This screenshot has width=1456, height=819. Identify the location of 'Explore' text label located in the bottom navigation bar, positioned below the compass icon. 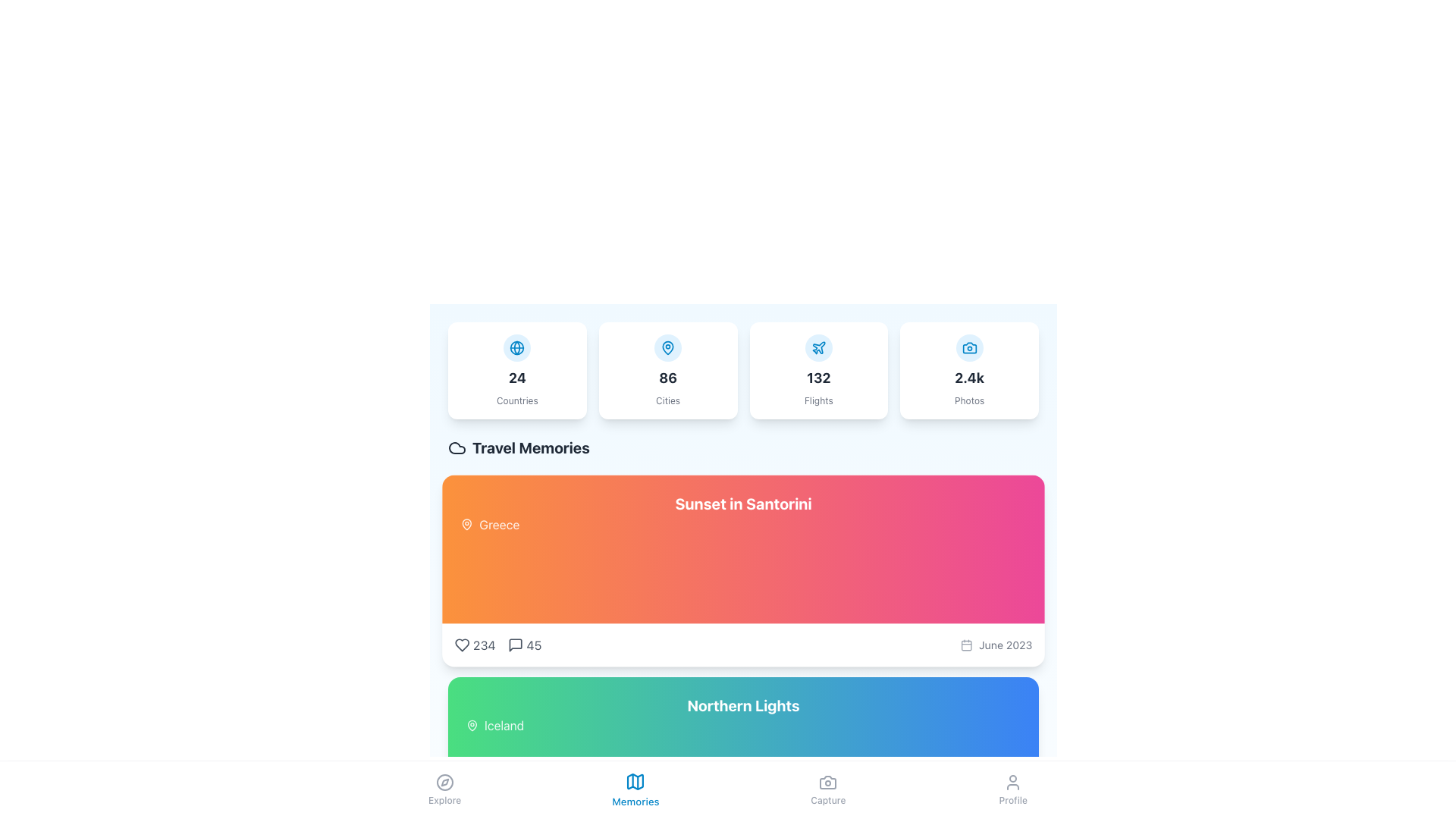
(444, 800).